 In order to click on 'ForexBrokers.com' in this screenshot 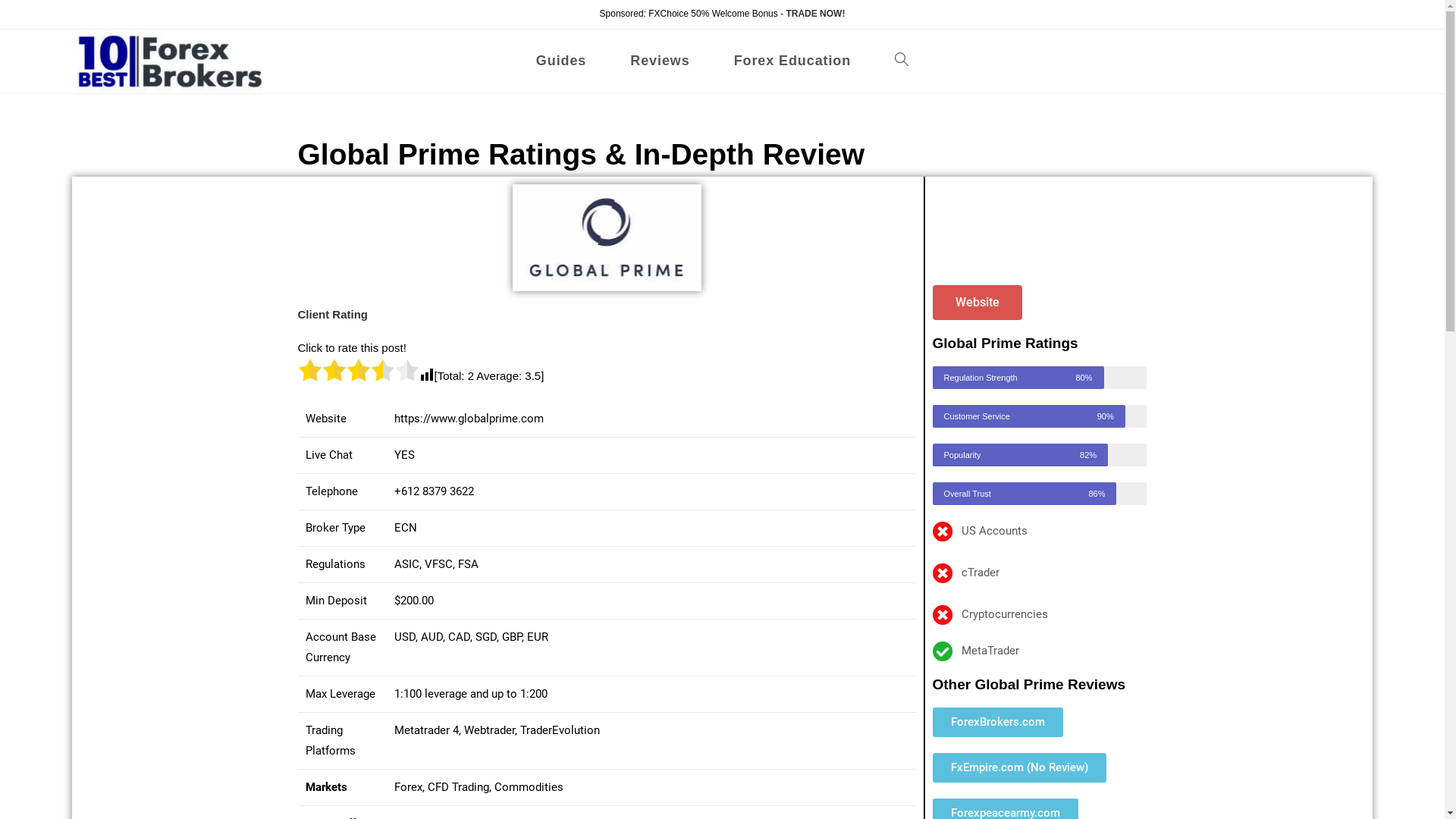, I will do `click(997, 721)`.